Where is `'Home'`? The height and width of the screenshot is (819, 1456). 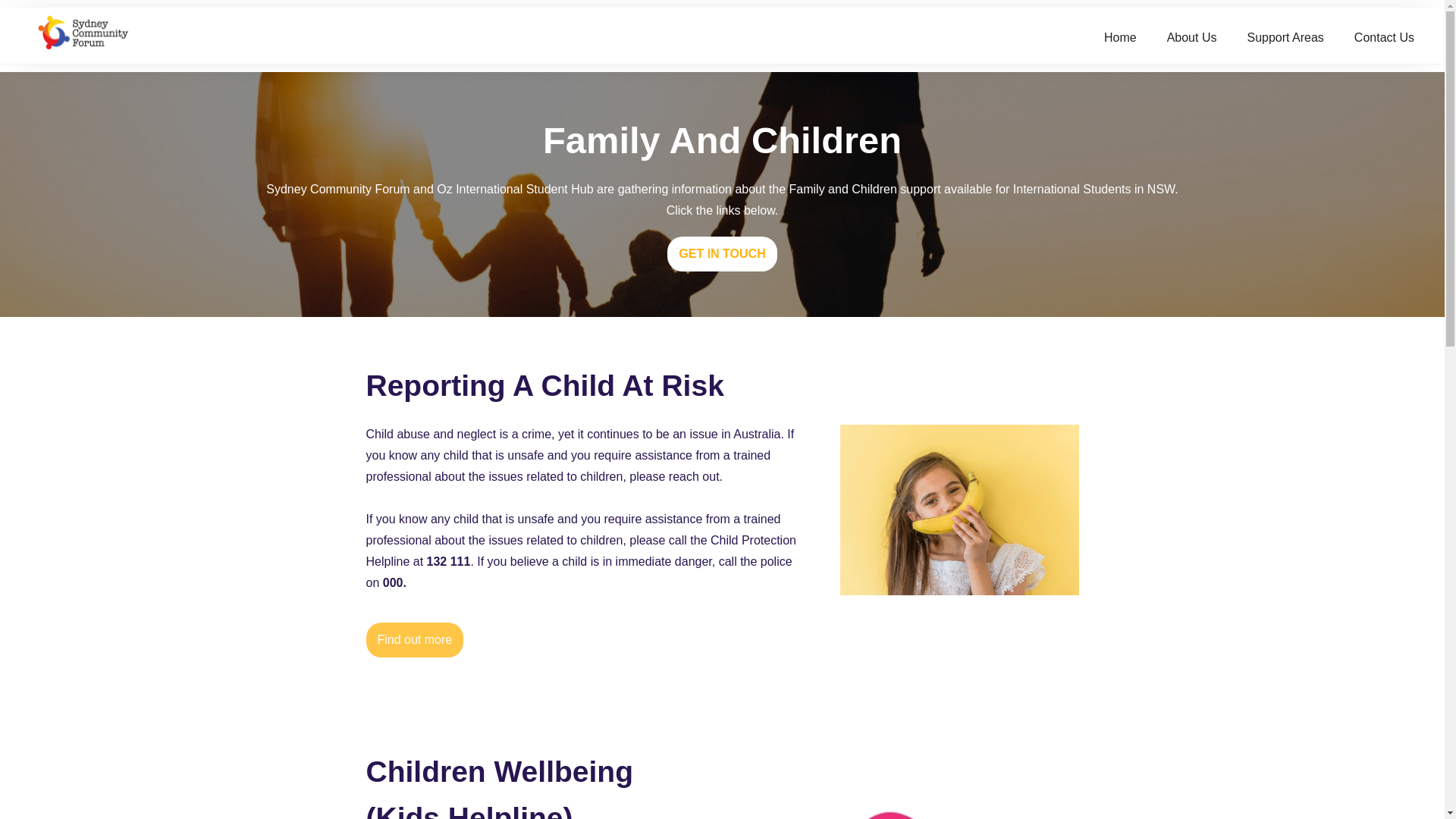 'Home' is located at coordinates (1120, 37).